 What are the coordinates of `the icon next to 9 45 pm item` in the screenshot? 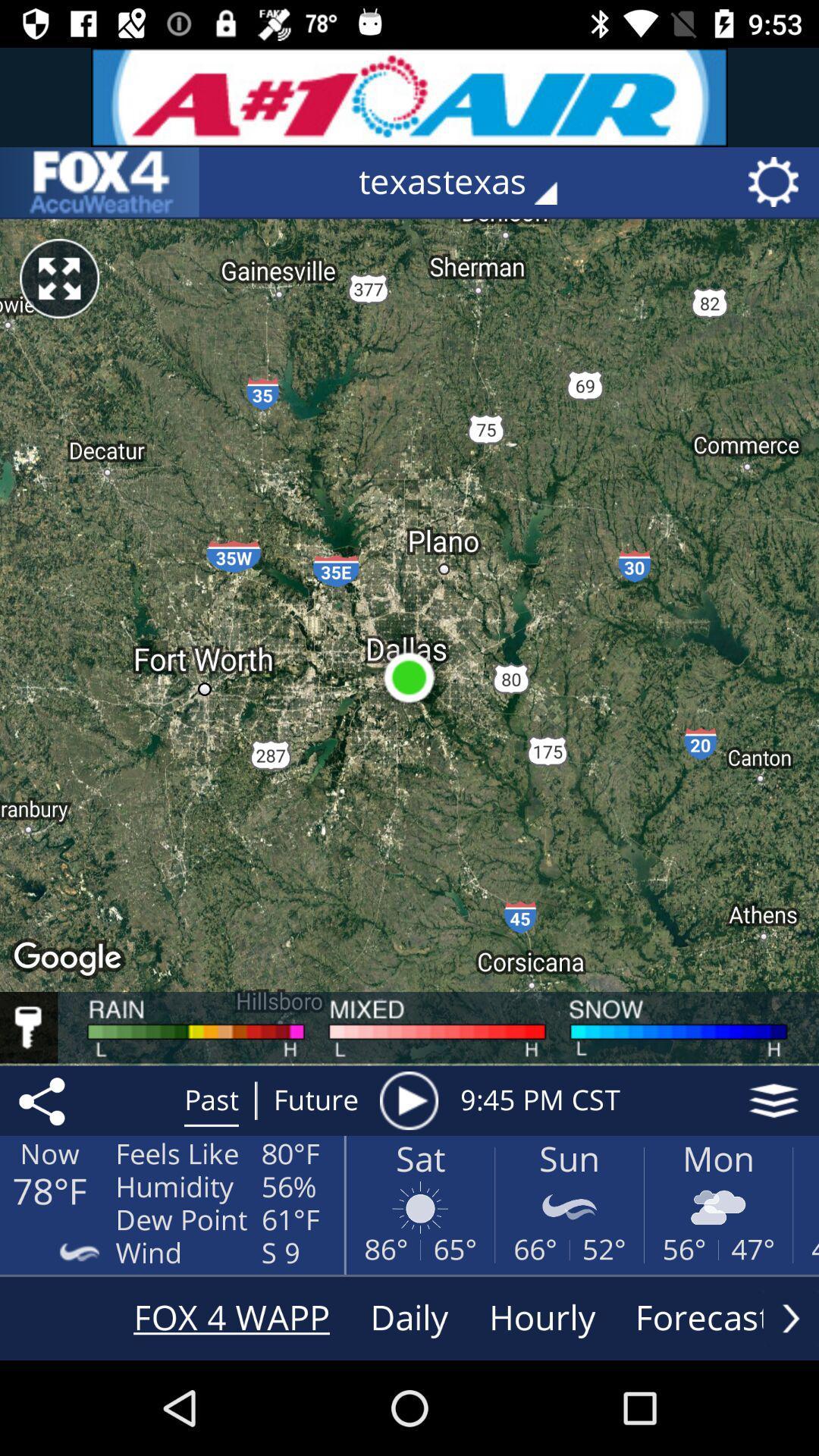 It's located at (773, 1100).